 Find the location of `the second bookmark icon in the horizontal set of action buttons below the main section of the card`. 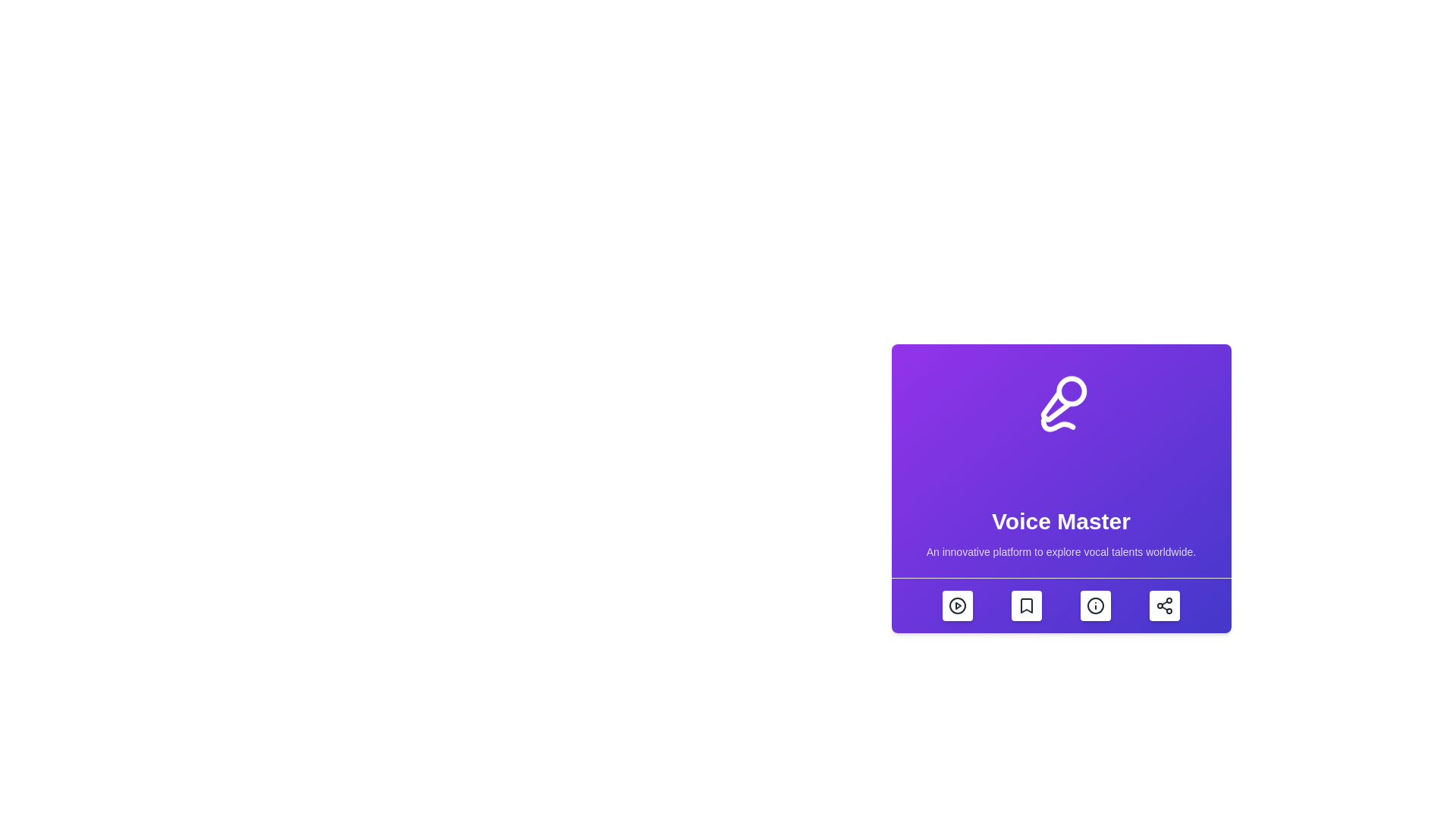

the second bookmark icon in the horizontal set of action buttons below the main section of the card is located at coordinates (1026, 604).